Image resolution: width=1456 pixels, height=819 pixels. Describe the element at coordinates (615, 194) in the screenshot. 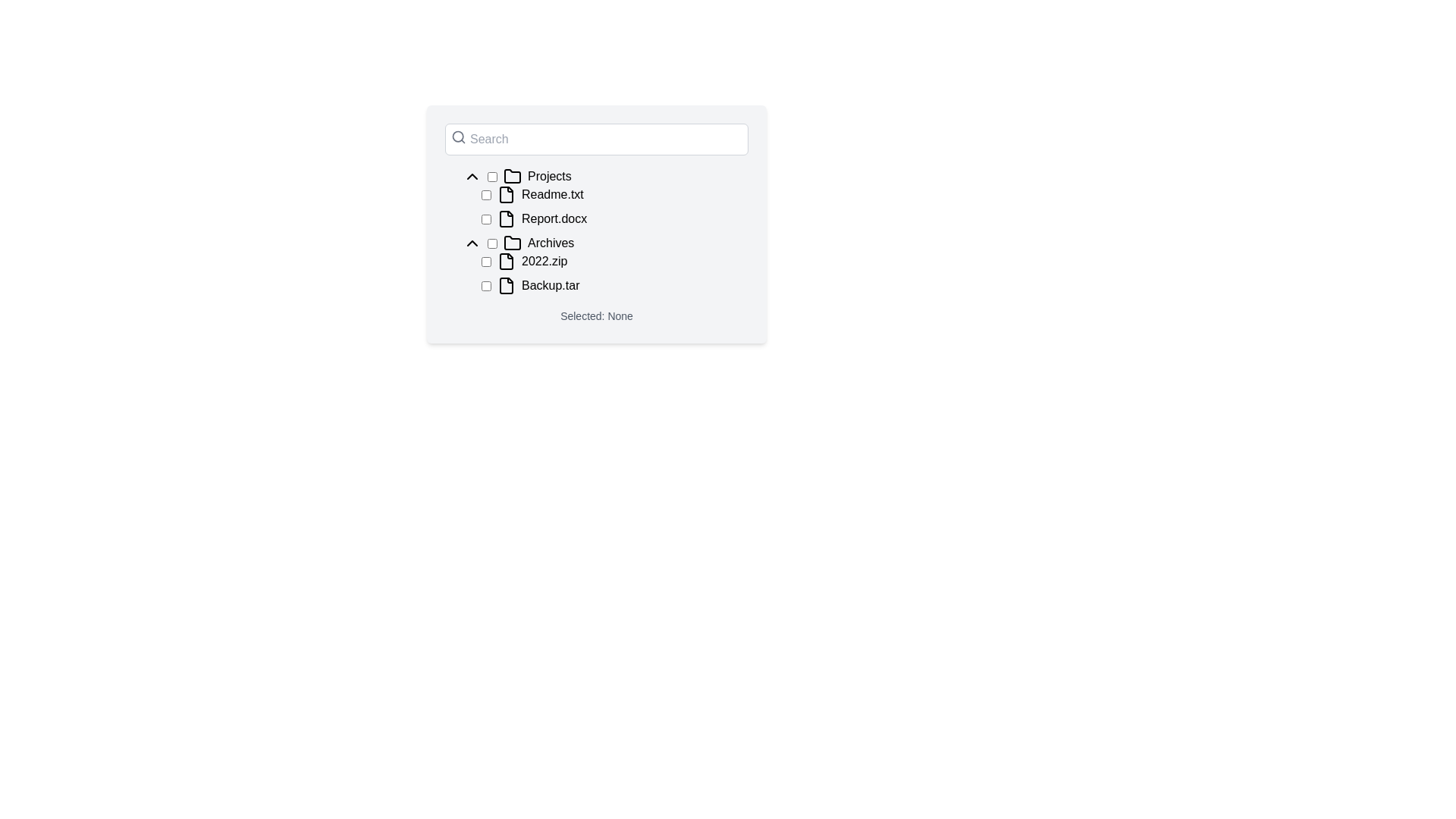

I see `to select the first list item labeled 'Readme.txt' in the 'Projects' directory` at that location.